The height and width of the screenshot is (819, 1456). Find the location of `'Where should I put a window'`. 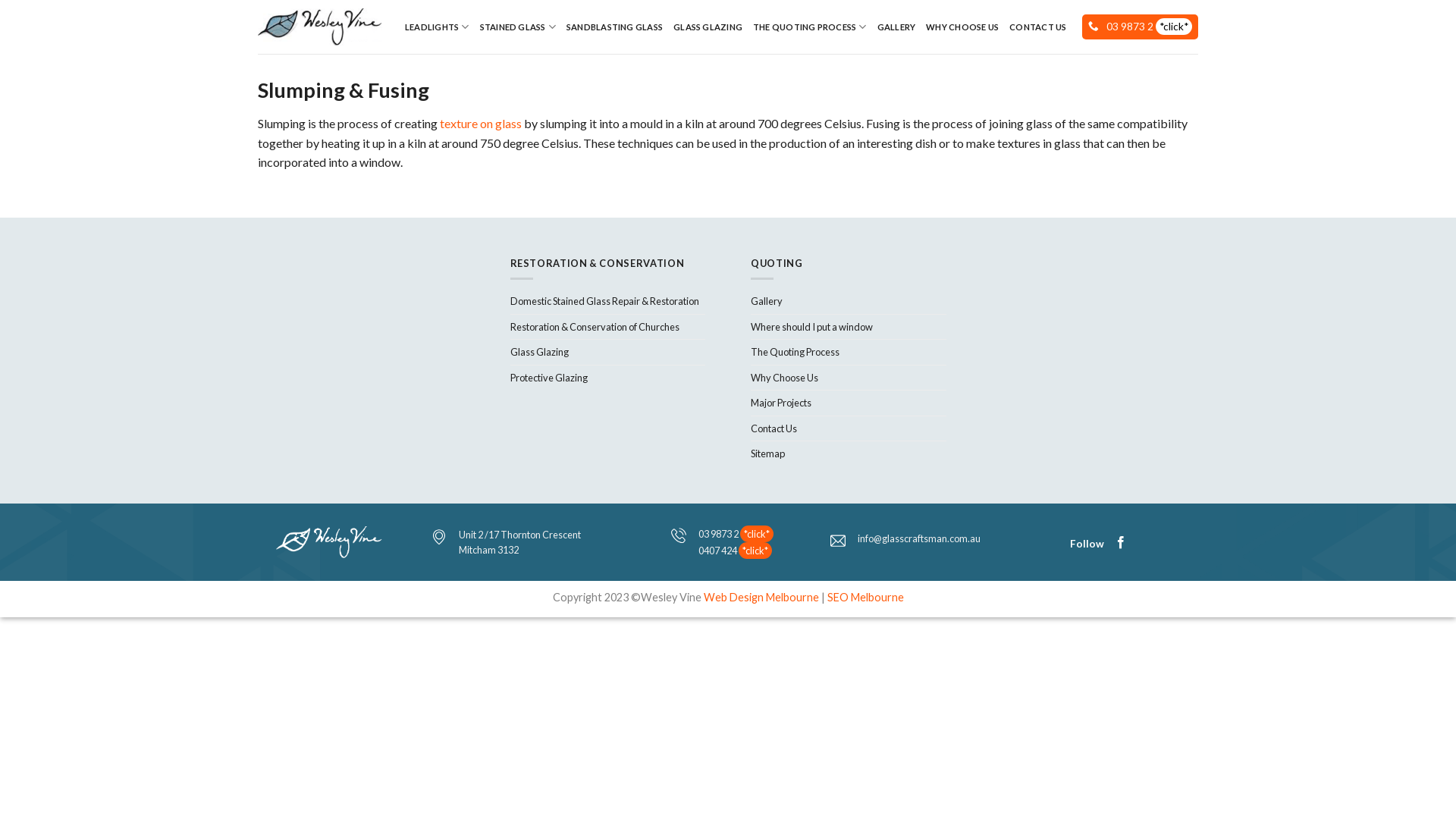

'Where should I put a window' is located at coordinates (811, 326).